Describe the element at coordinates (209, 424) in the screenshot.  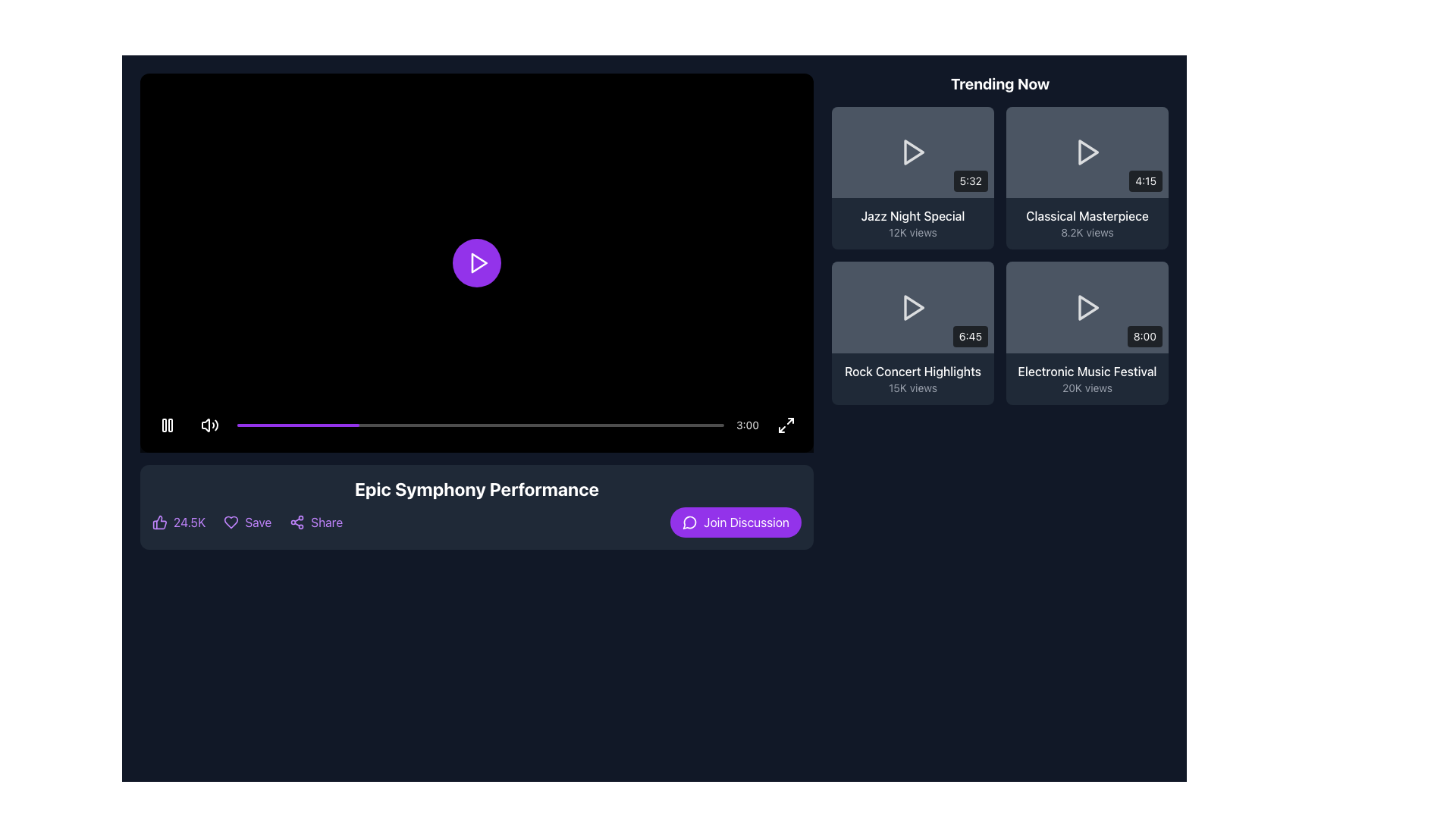
I see `the Mute/Unmute Button, which is a small speaker icon with sound waves, located in the bottom-left corner of the video playback area` at that location.